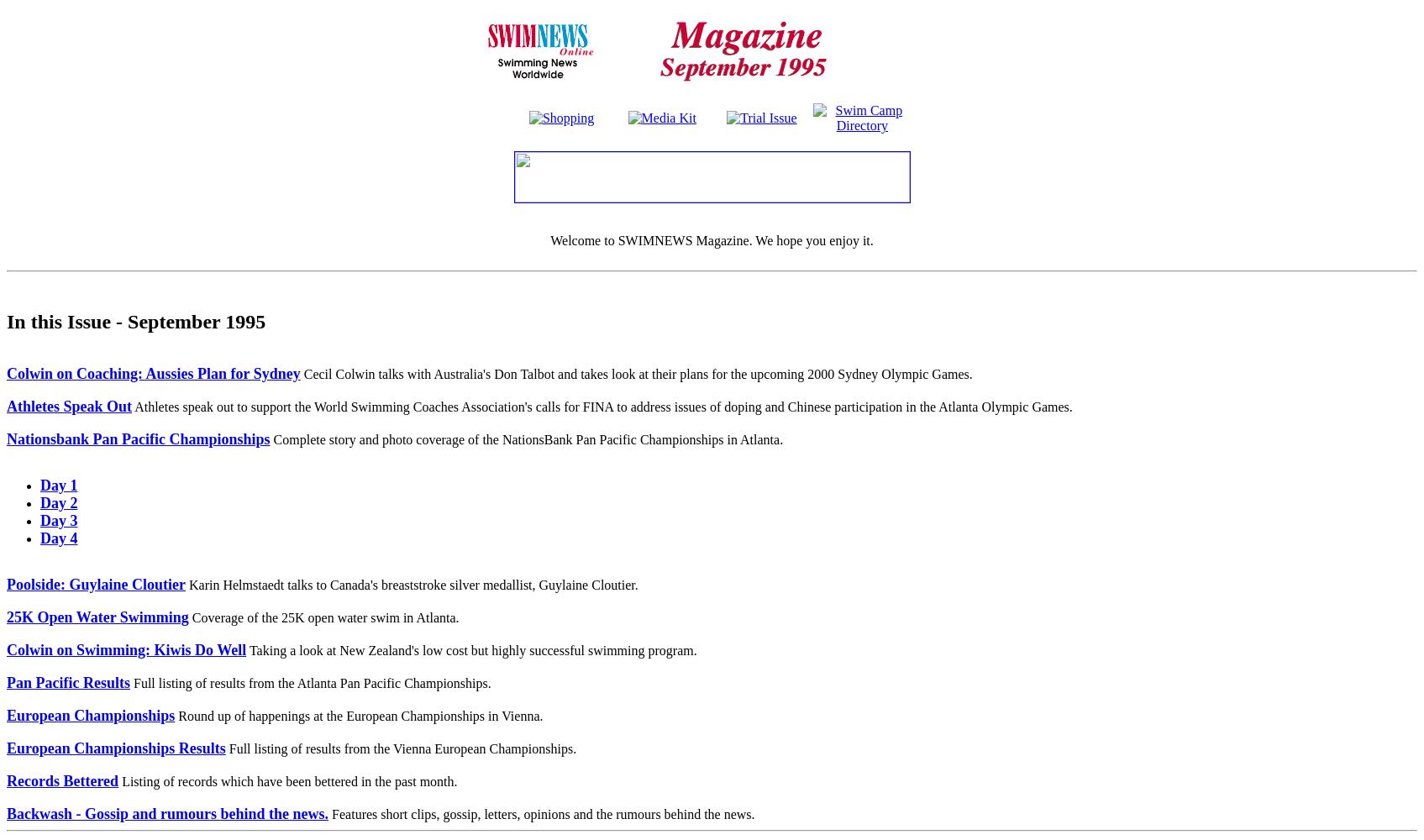 This screenshot has height=840, width=1424. I want to click on 'Welcome to SWIMNEWS Magazine. We hope you enjoy it.', so click(711, 240).